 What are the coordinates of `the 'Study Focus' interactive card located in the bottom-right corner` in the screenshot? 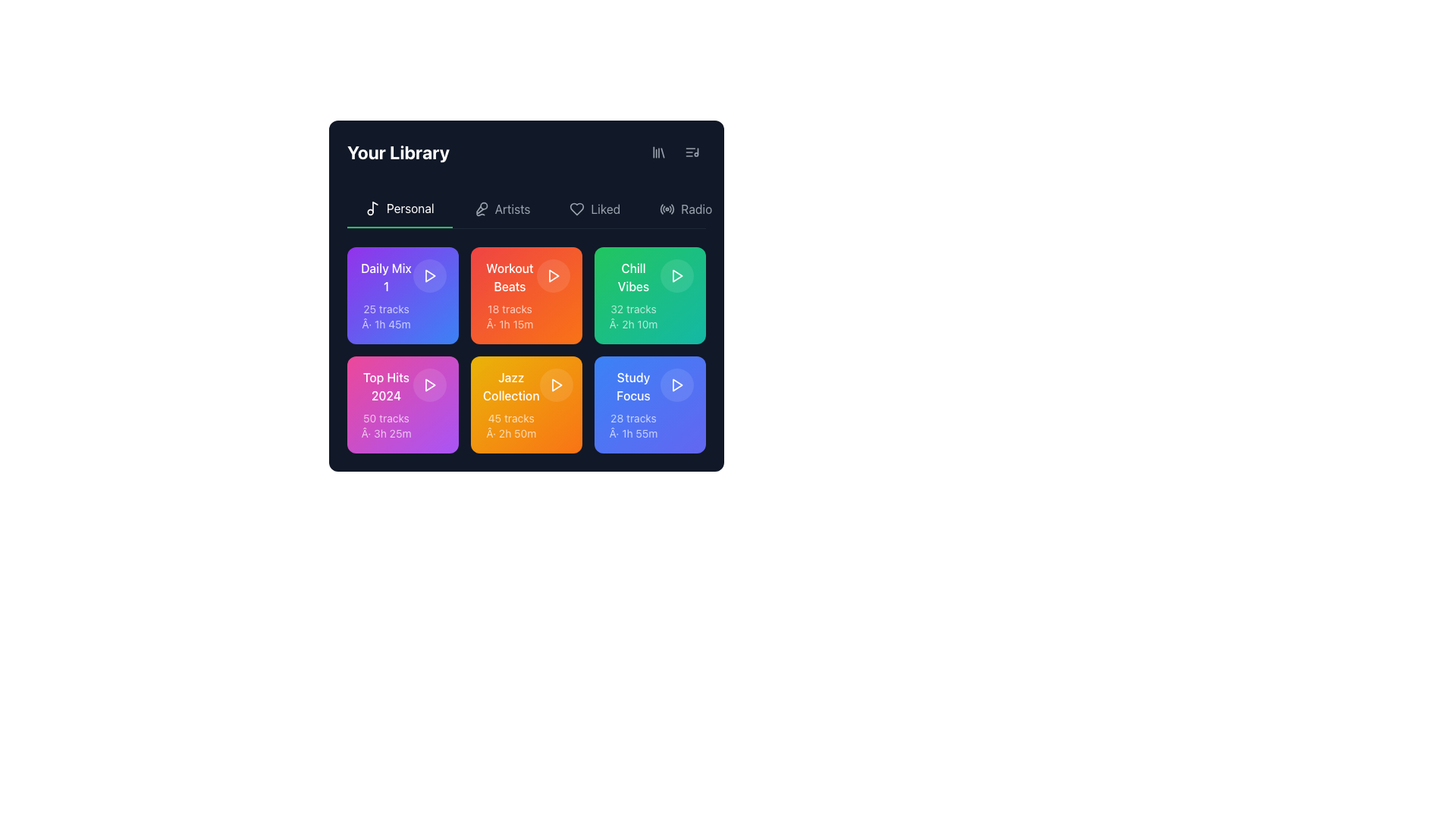 It's located at (650, 403).